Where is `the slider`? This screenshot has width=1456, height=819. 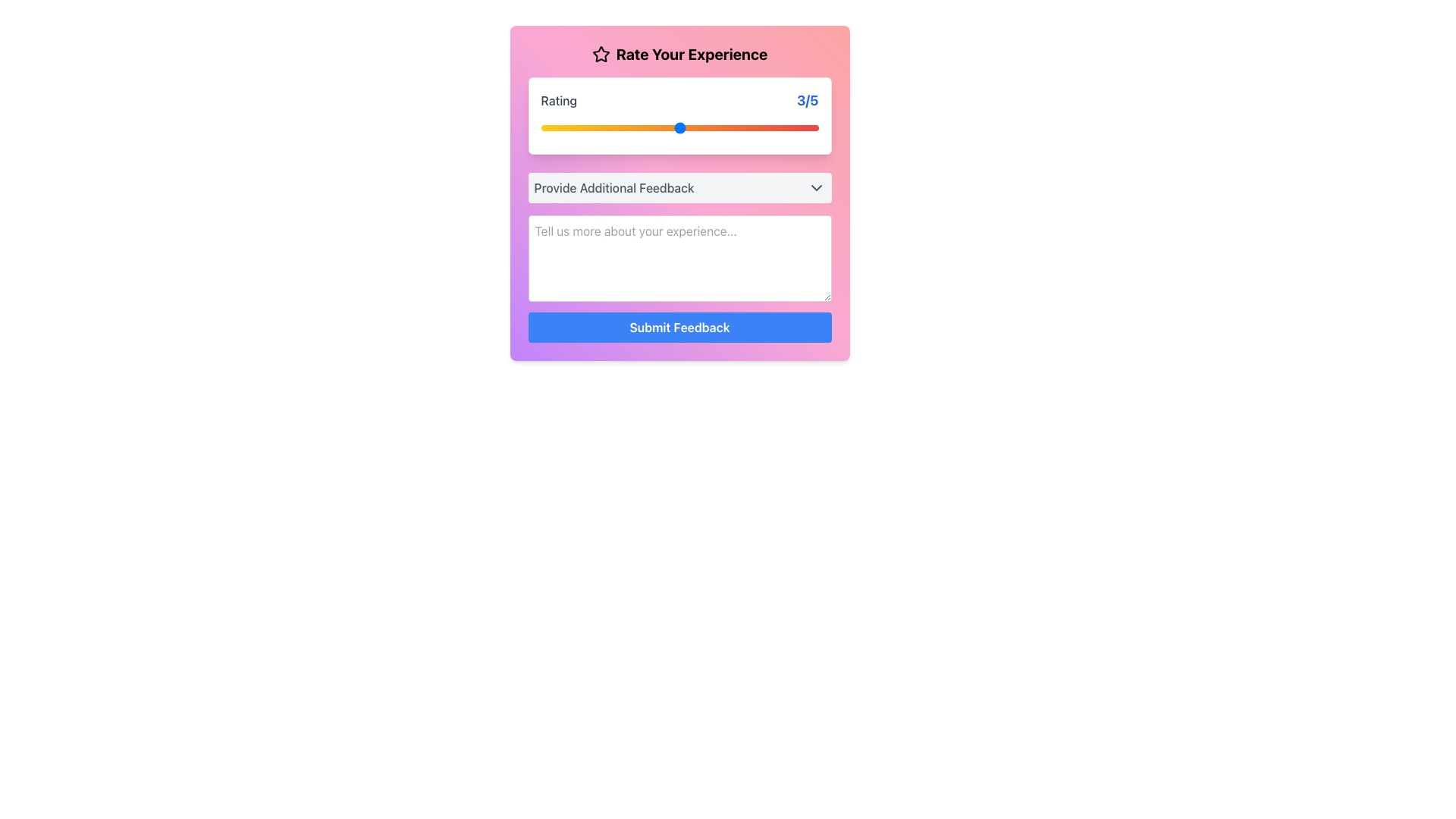
the slider is located at coordinates (679, 127).